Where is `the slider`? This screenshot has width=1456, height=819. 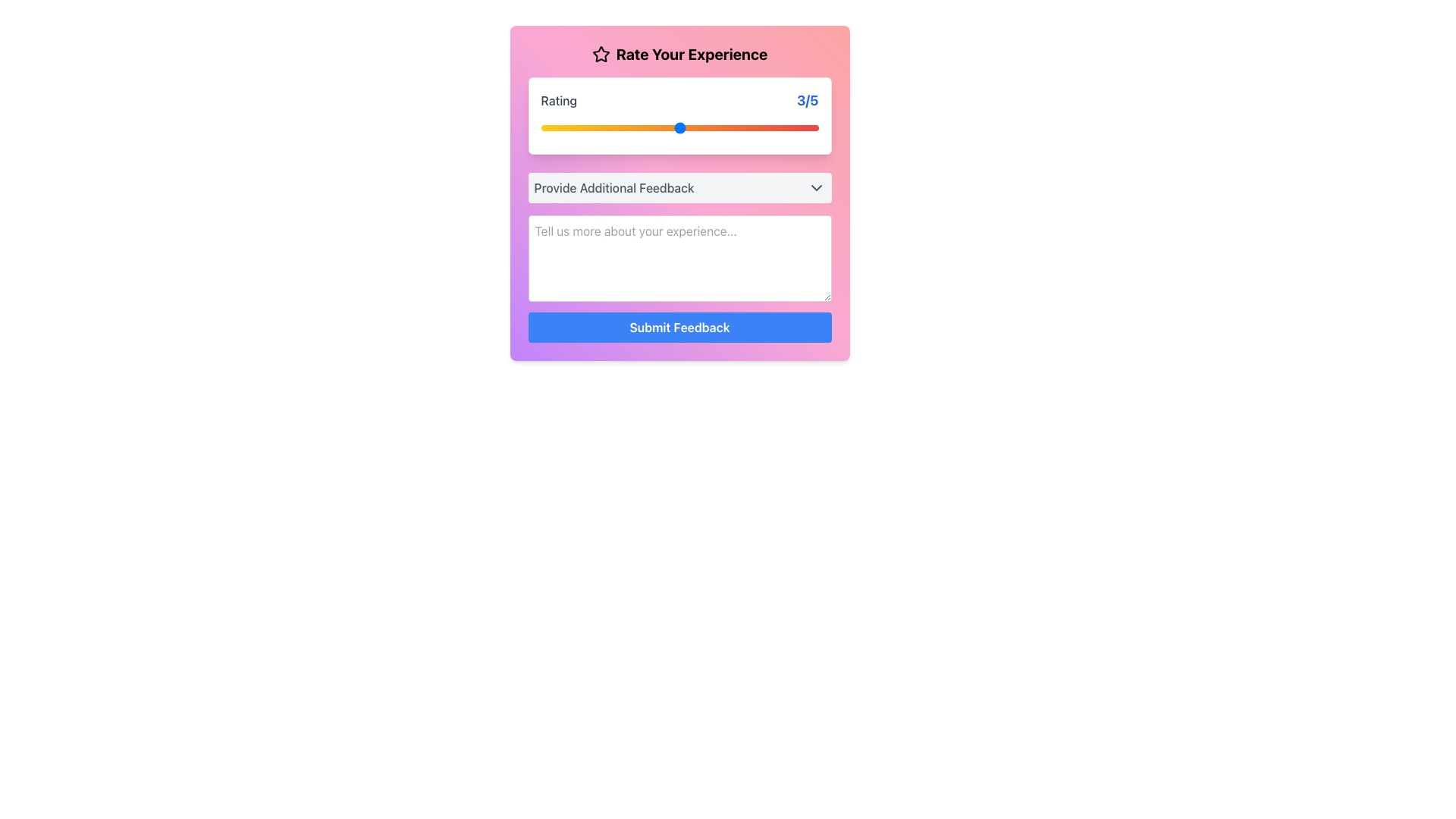
the slider is located at coordinates (679, 127).